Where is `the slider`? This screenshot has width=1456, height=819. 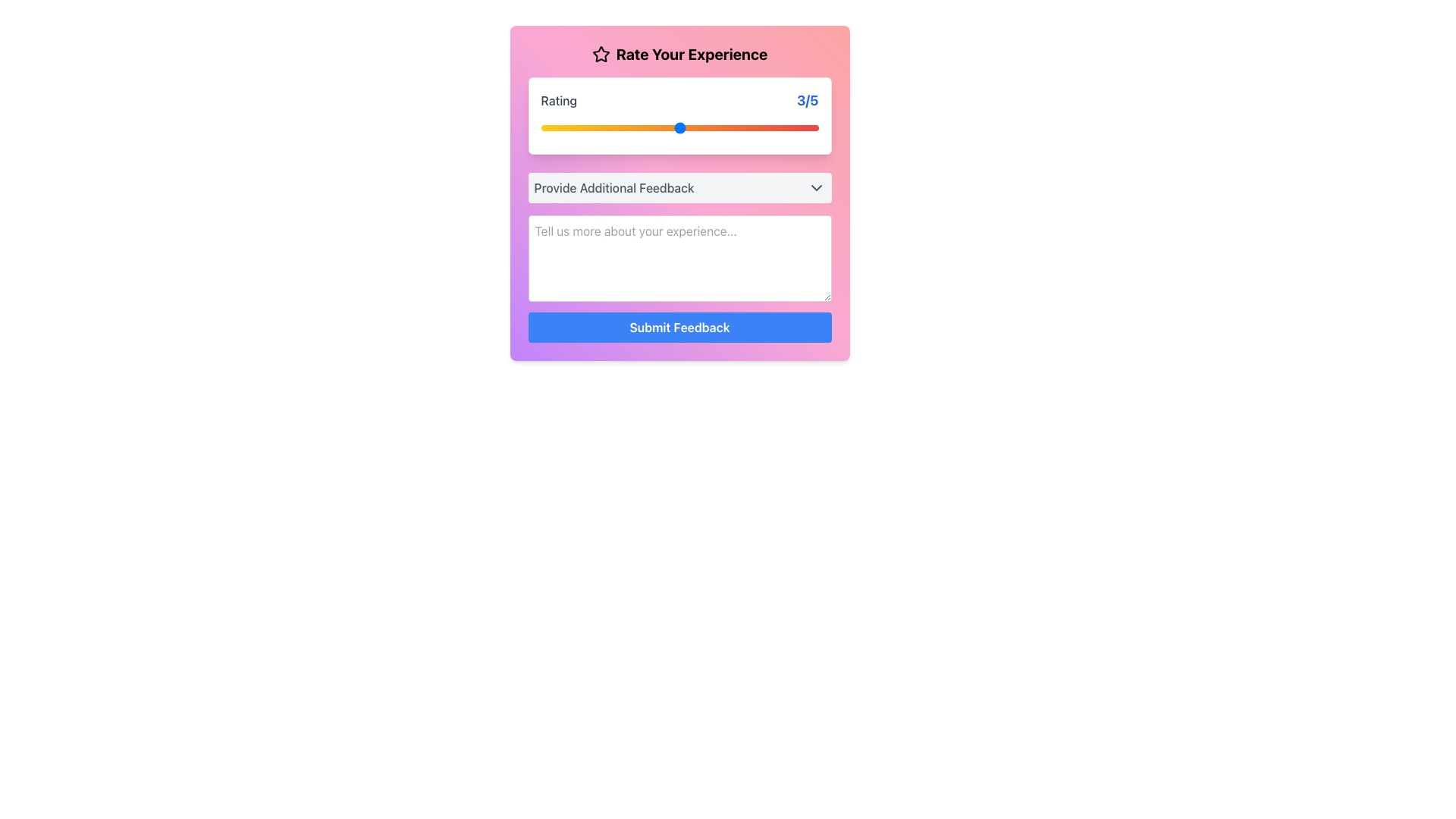
the slider is located at coordinates (679, 127).